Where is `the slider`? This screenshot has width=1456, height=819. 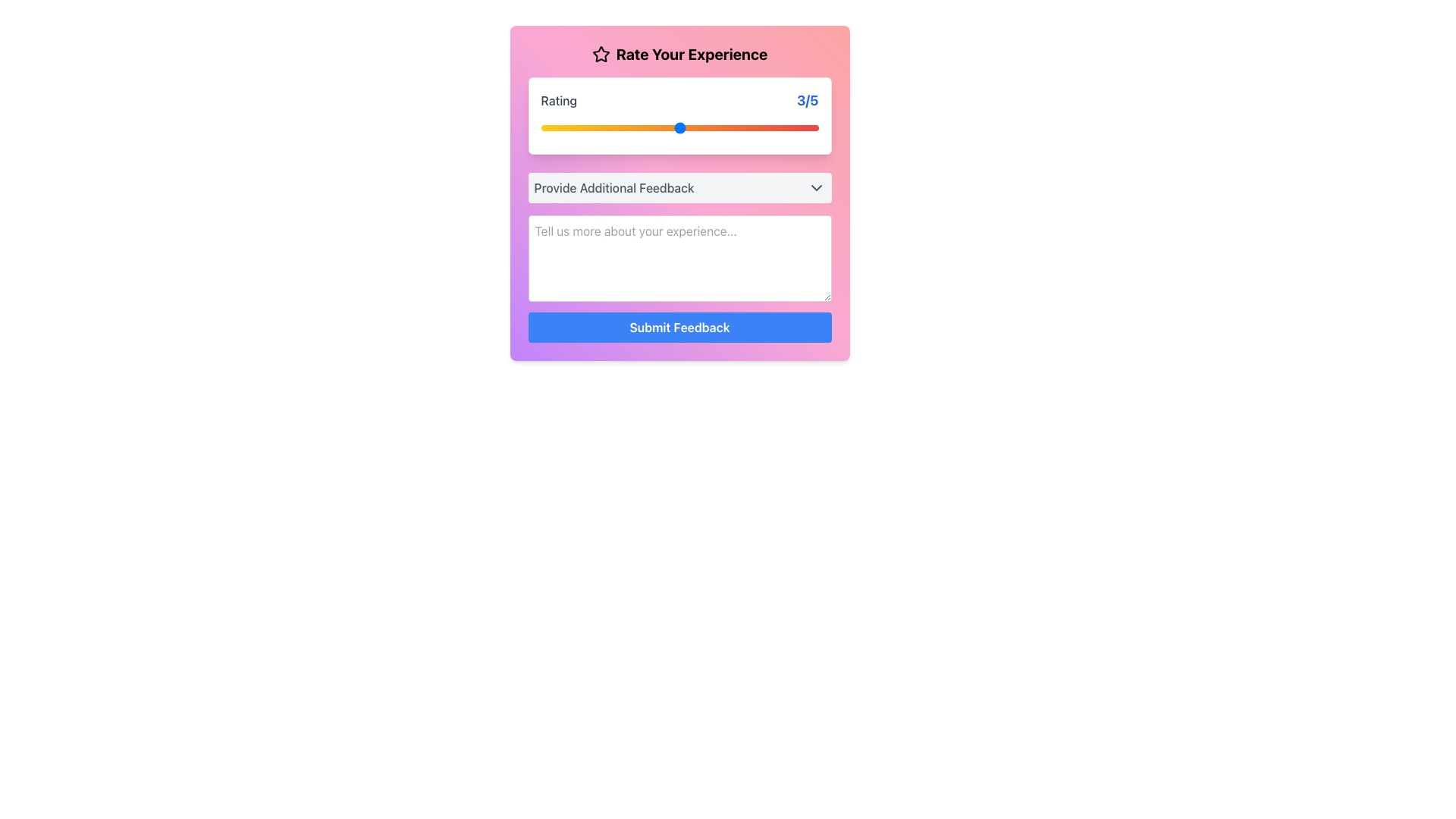
the slider is located at coordinates (679, 127).